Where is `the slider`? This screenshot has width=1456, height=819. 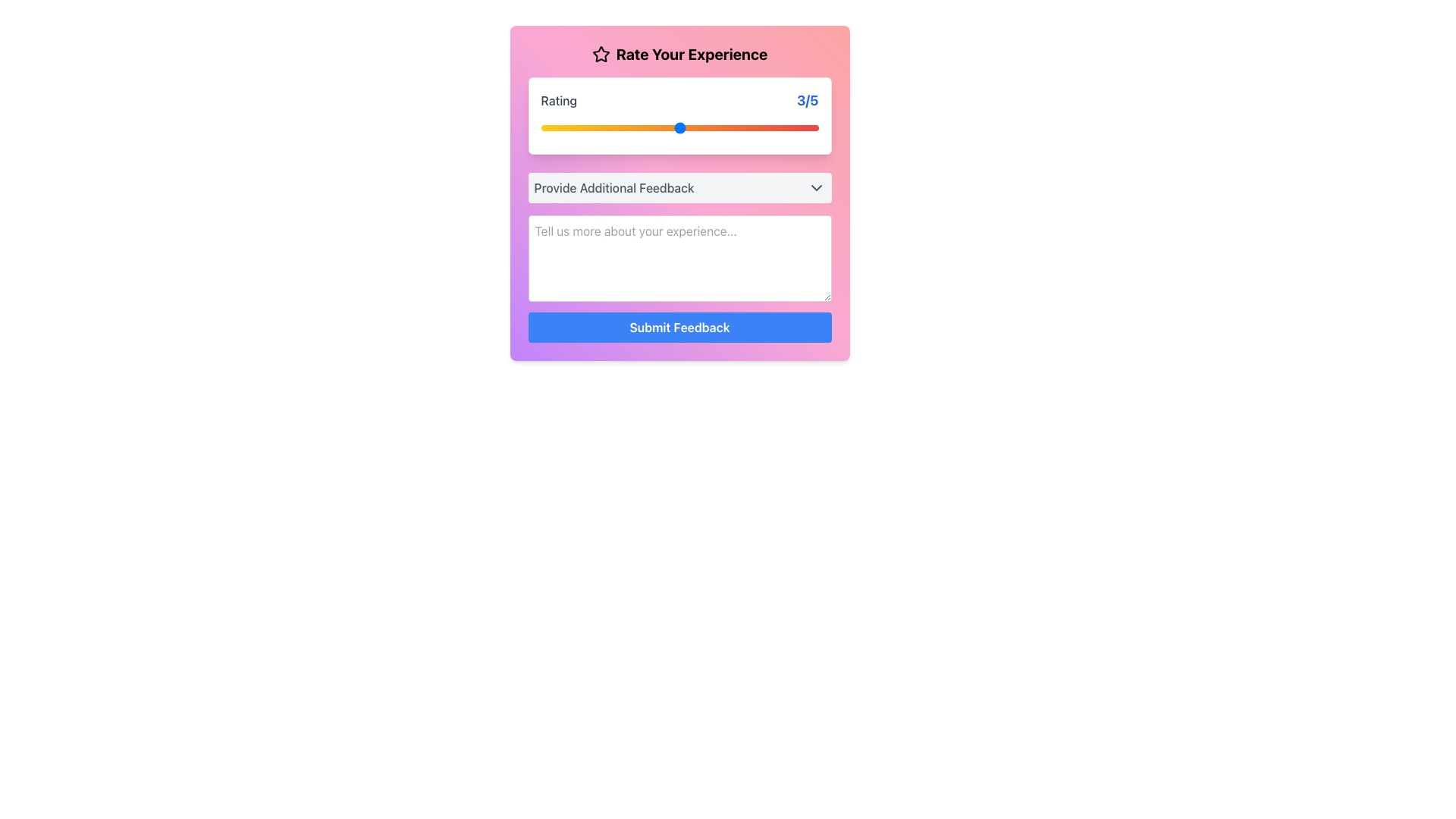
the slider is located at coordinates (679, 127).